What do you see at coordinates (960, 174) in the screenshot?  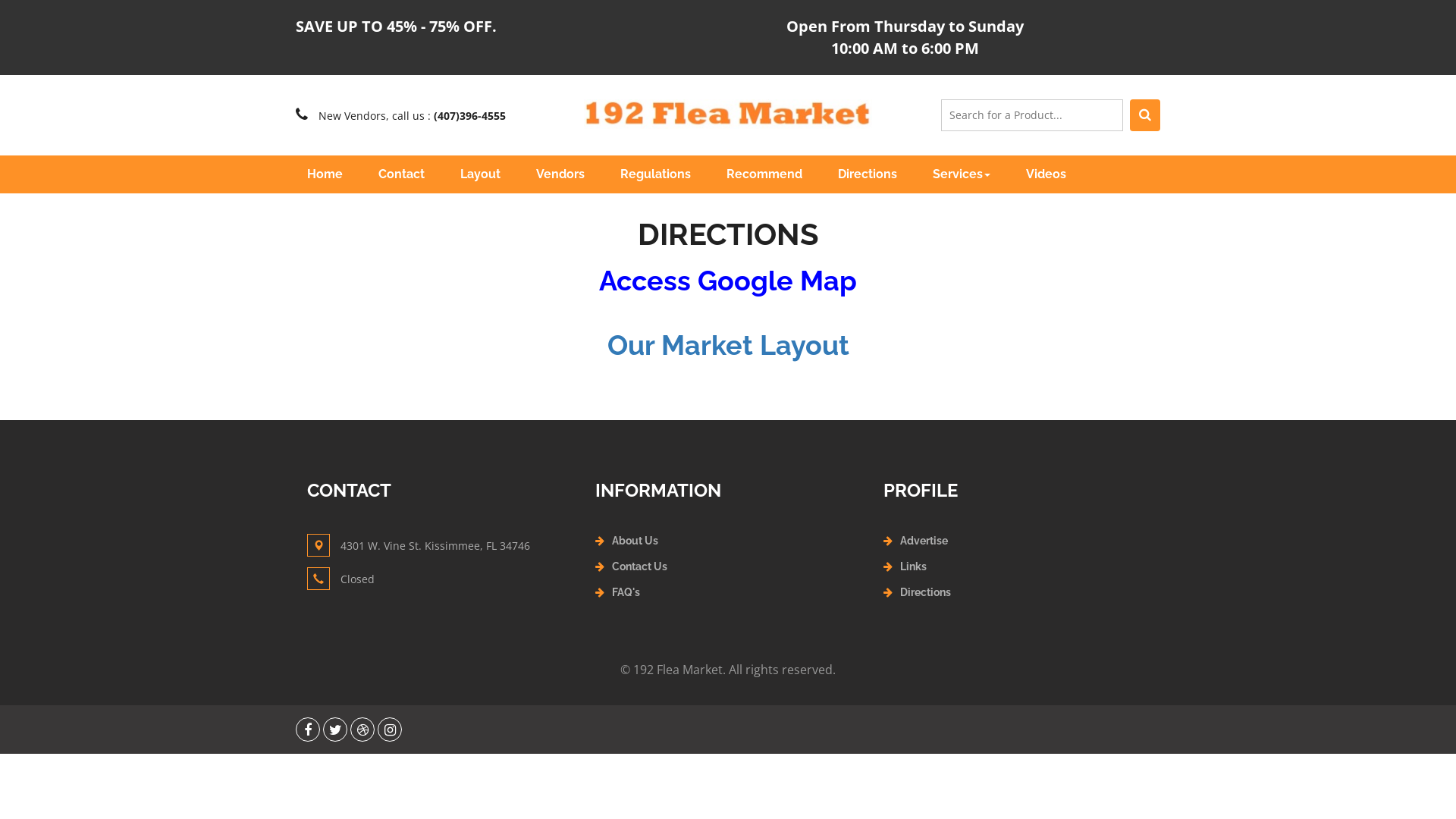 I see `'Services'` at bounding box center [960, 174].